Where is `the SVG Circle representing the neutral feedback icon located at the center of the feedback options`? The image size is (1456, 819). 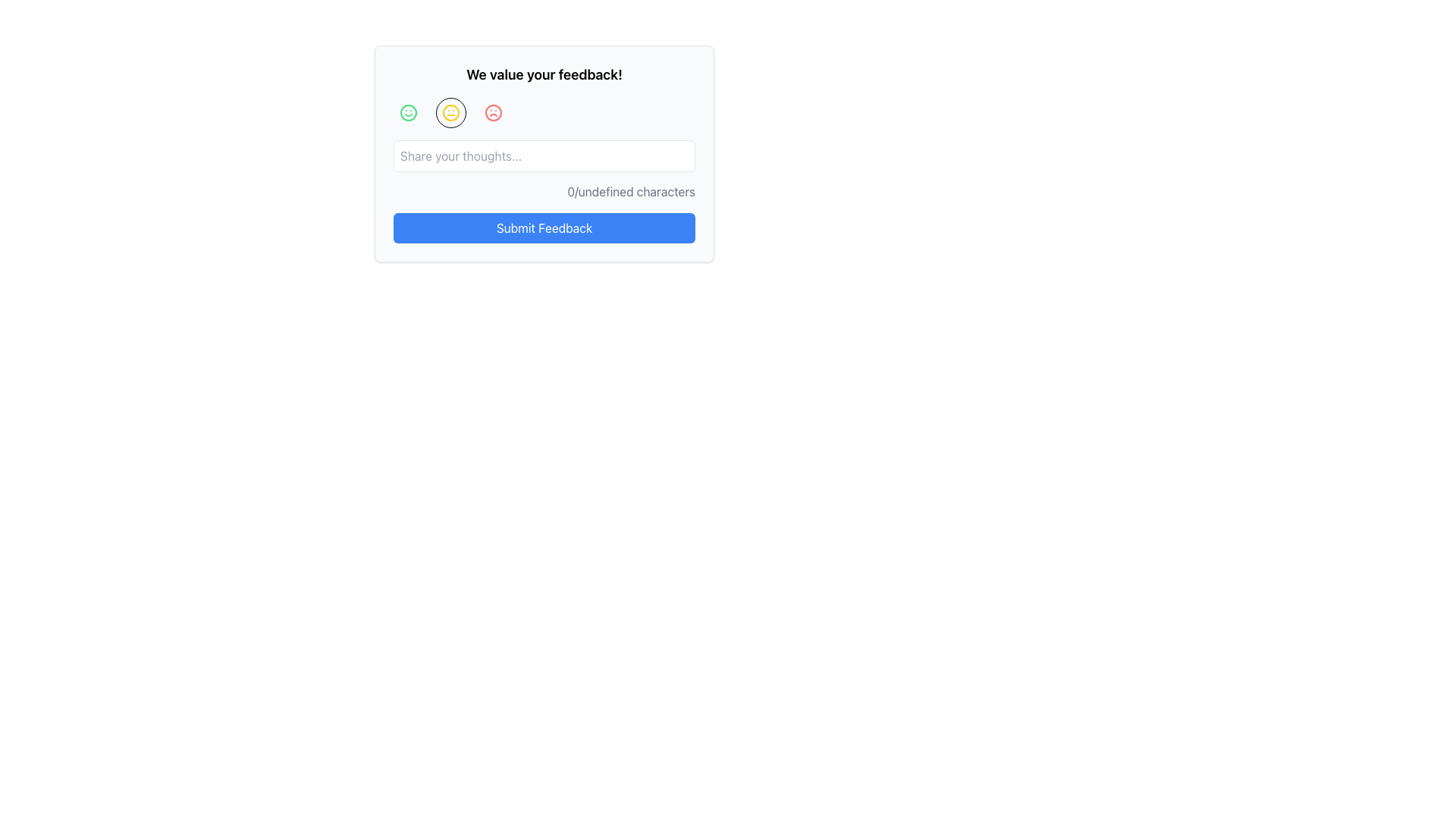 the SVG Circle representing the neutral feedback icon located at the center of the feedback options is located at coordinates (450, 112).